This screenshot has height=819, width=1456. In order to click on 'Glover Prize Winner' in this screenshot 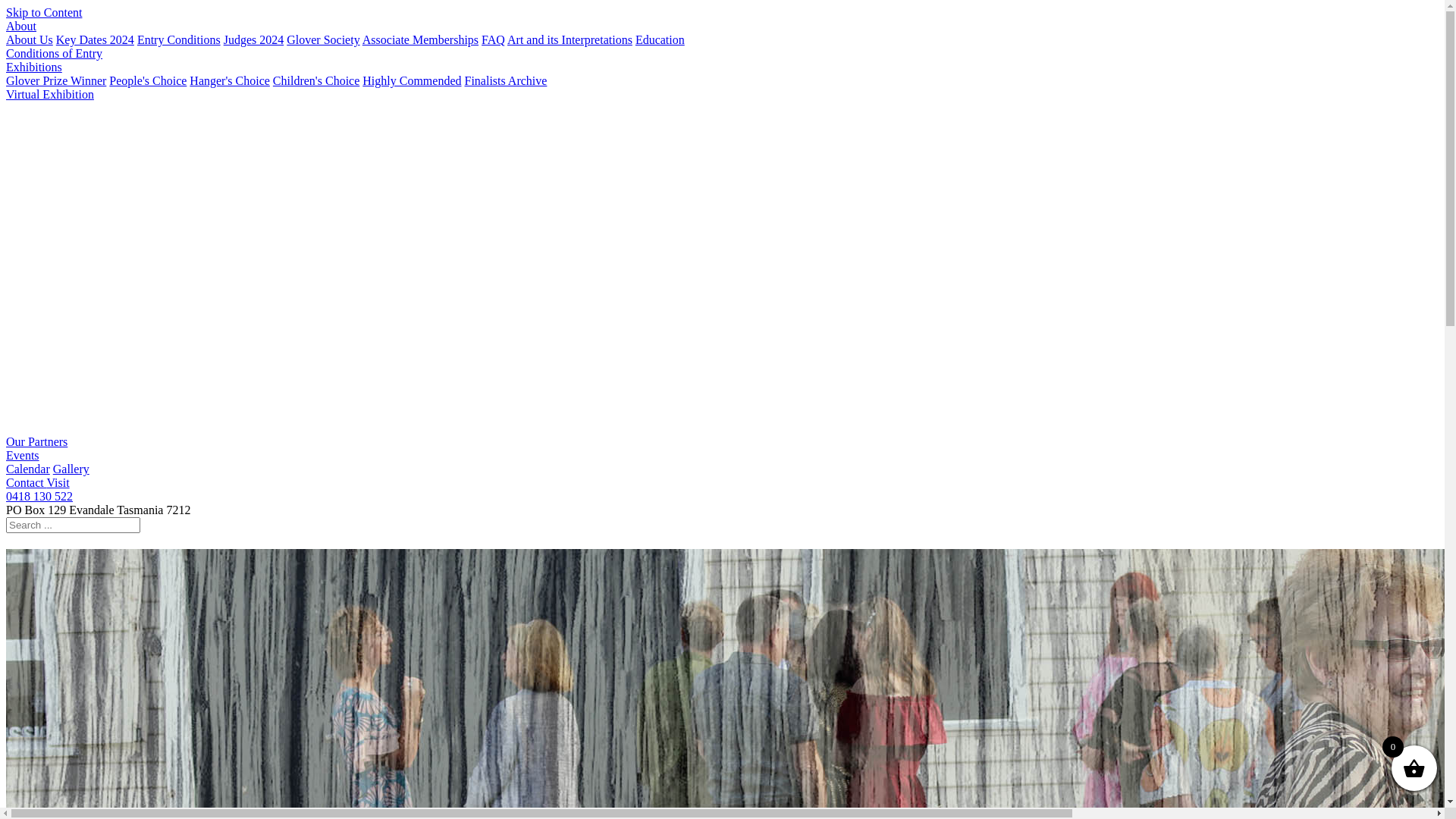, I will do `click(55, 80)`.